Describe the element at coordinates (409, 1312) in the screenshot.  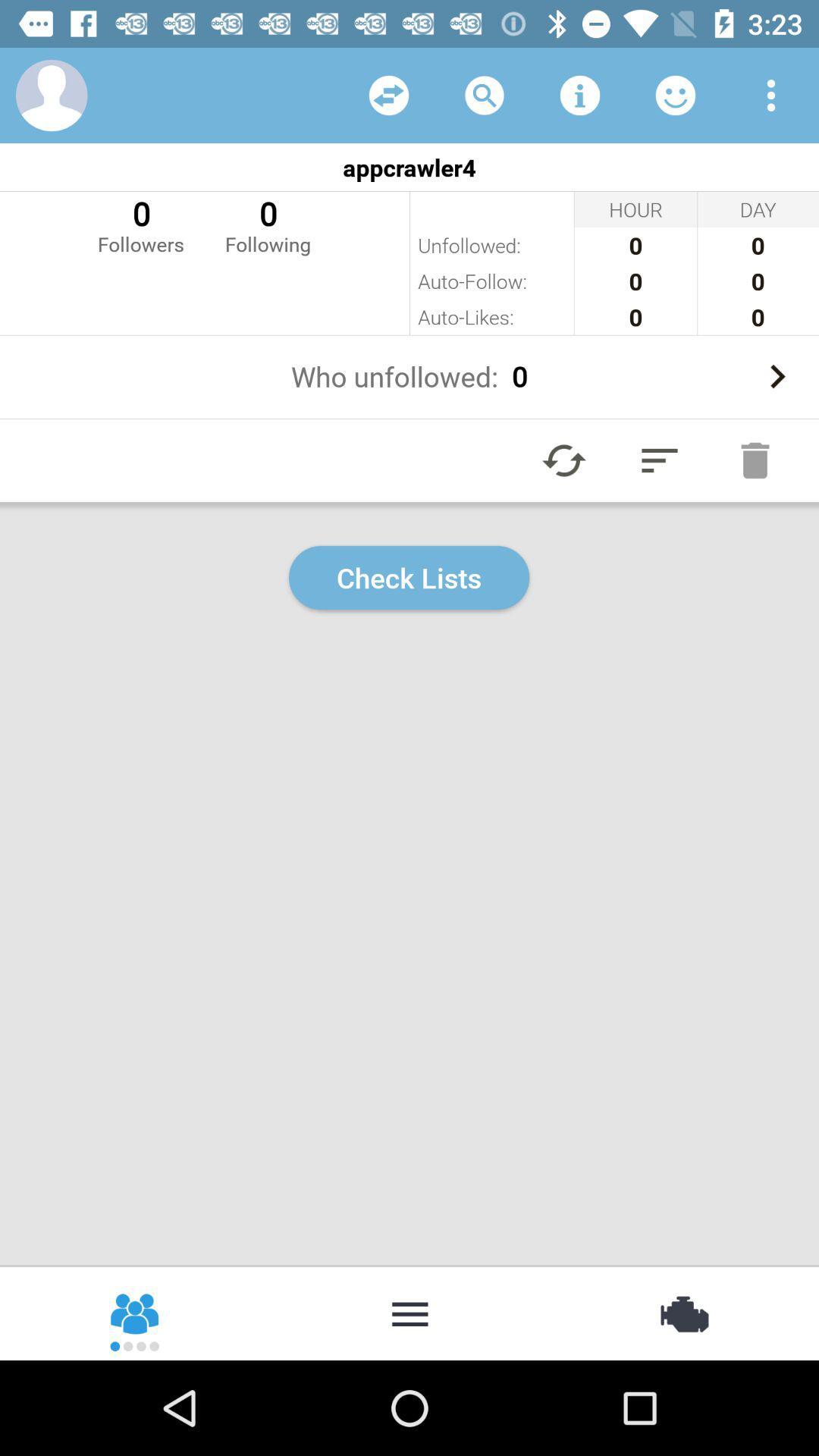
I see `the more icon` at that location.